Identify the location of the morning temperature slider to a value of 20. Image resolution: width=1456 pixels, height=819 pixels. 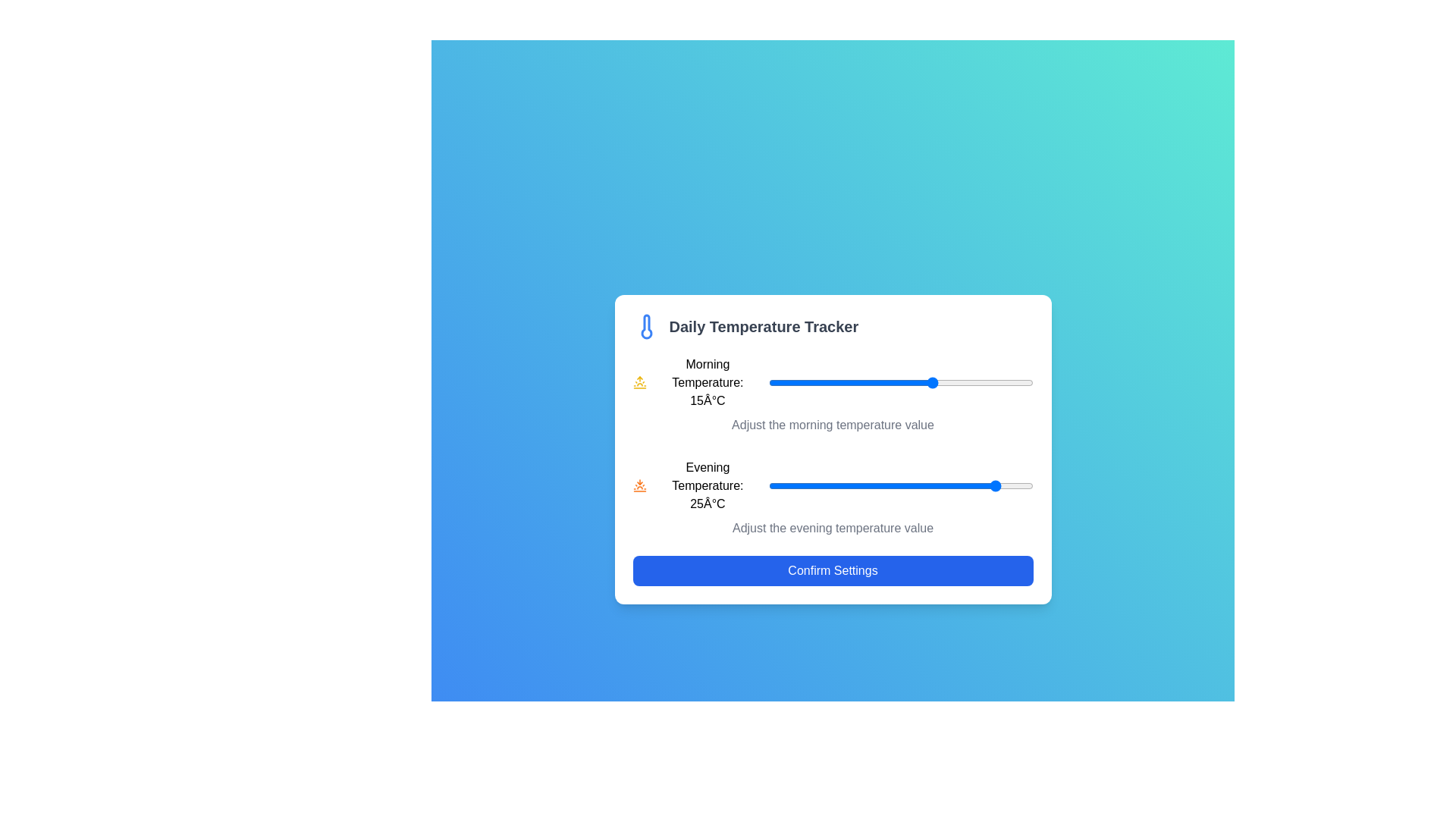
(966, 382).